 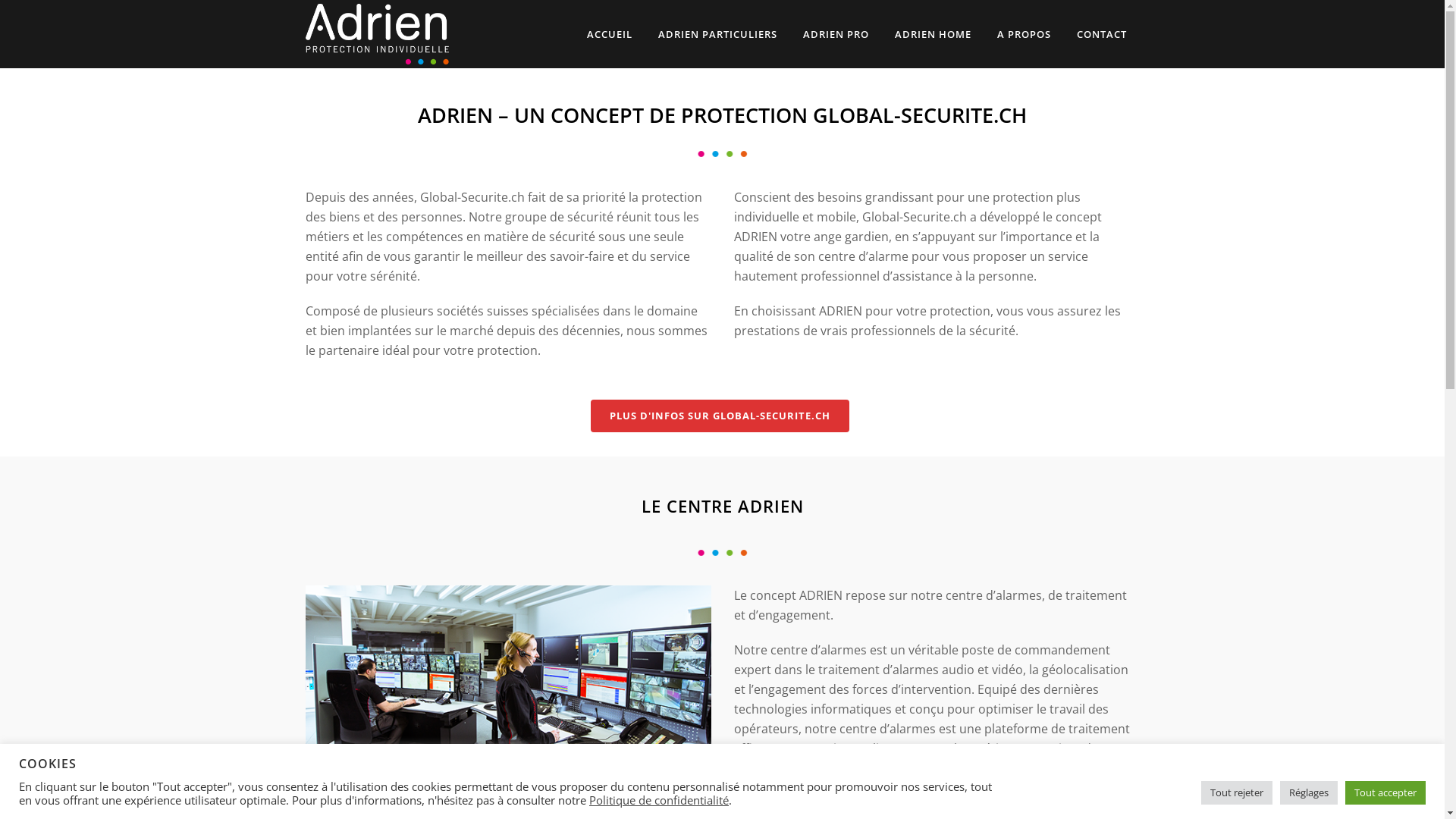 What do you see at coordinates (608, 34) in the screenshot?
I see `'ACCUEIL'` at bounding box center [608, 34].